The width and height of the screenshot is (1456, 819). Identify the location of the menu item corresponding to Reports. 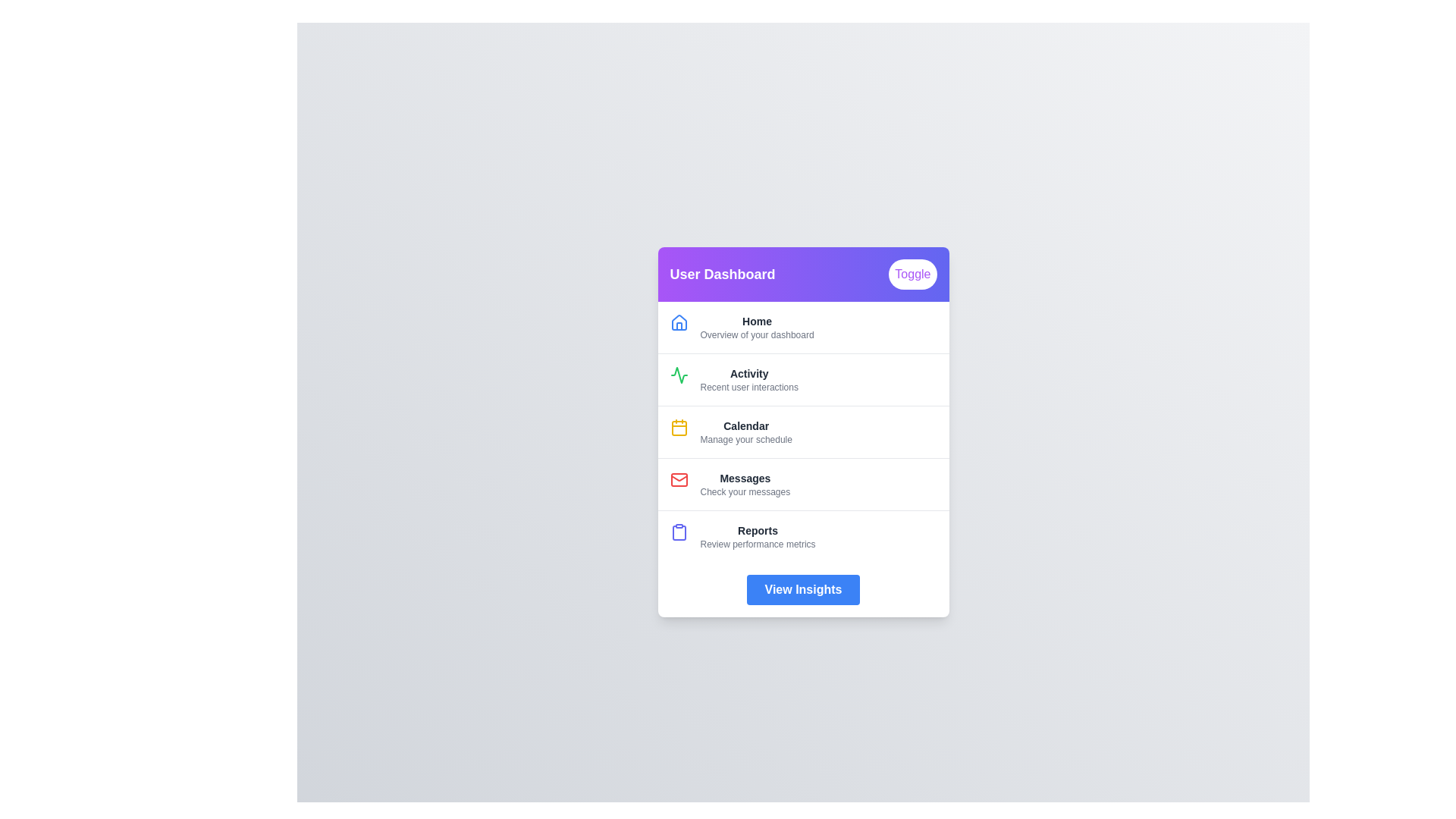
(802, 535).